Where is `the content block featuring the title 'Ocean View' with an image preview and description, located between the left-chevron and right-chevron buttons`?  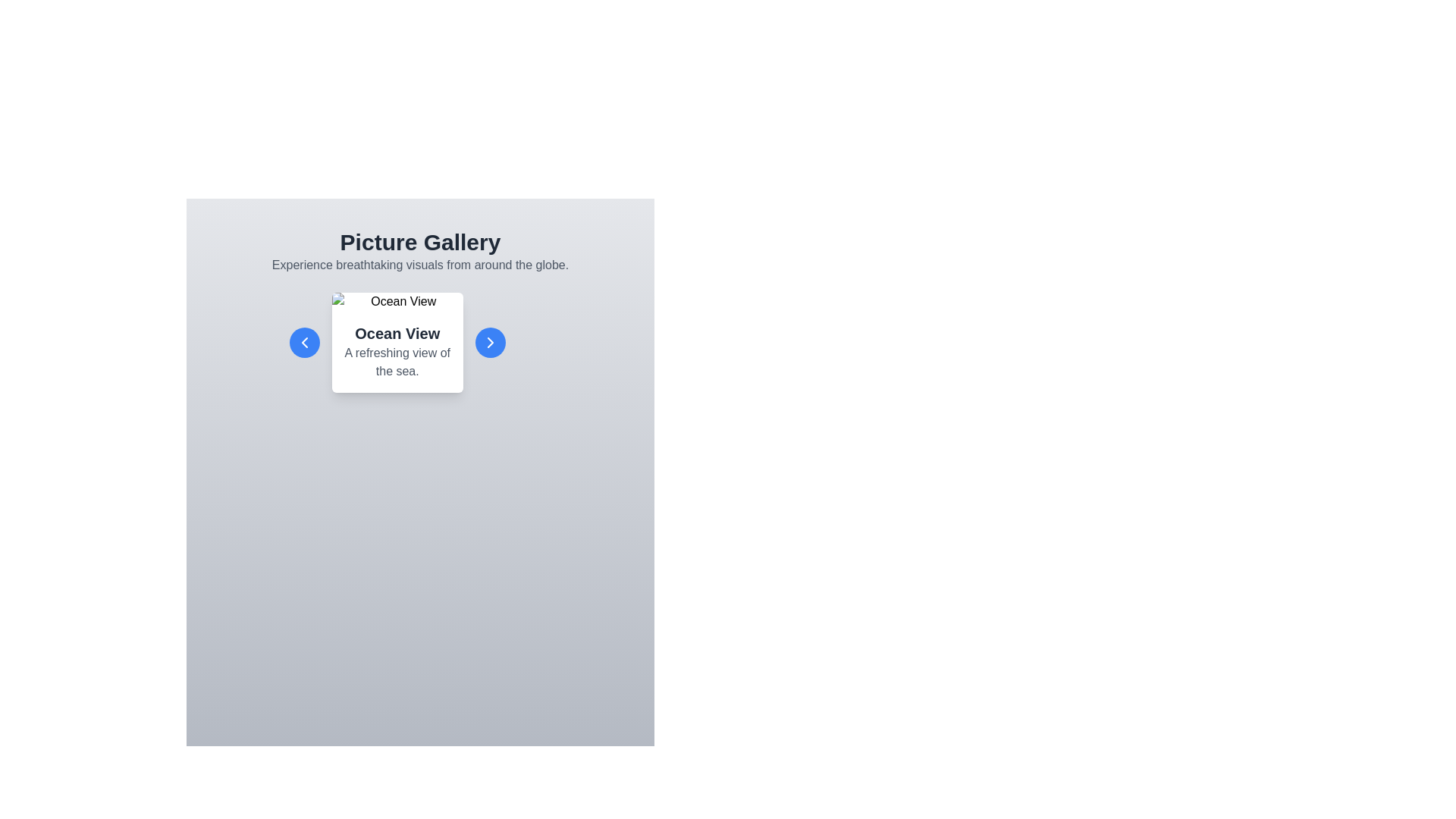 the content block featuring the title 'Ocean View' with an image preview and description, located between the left-chevron and right-chevron buttons is located at coordinates (420, 342).